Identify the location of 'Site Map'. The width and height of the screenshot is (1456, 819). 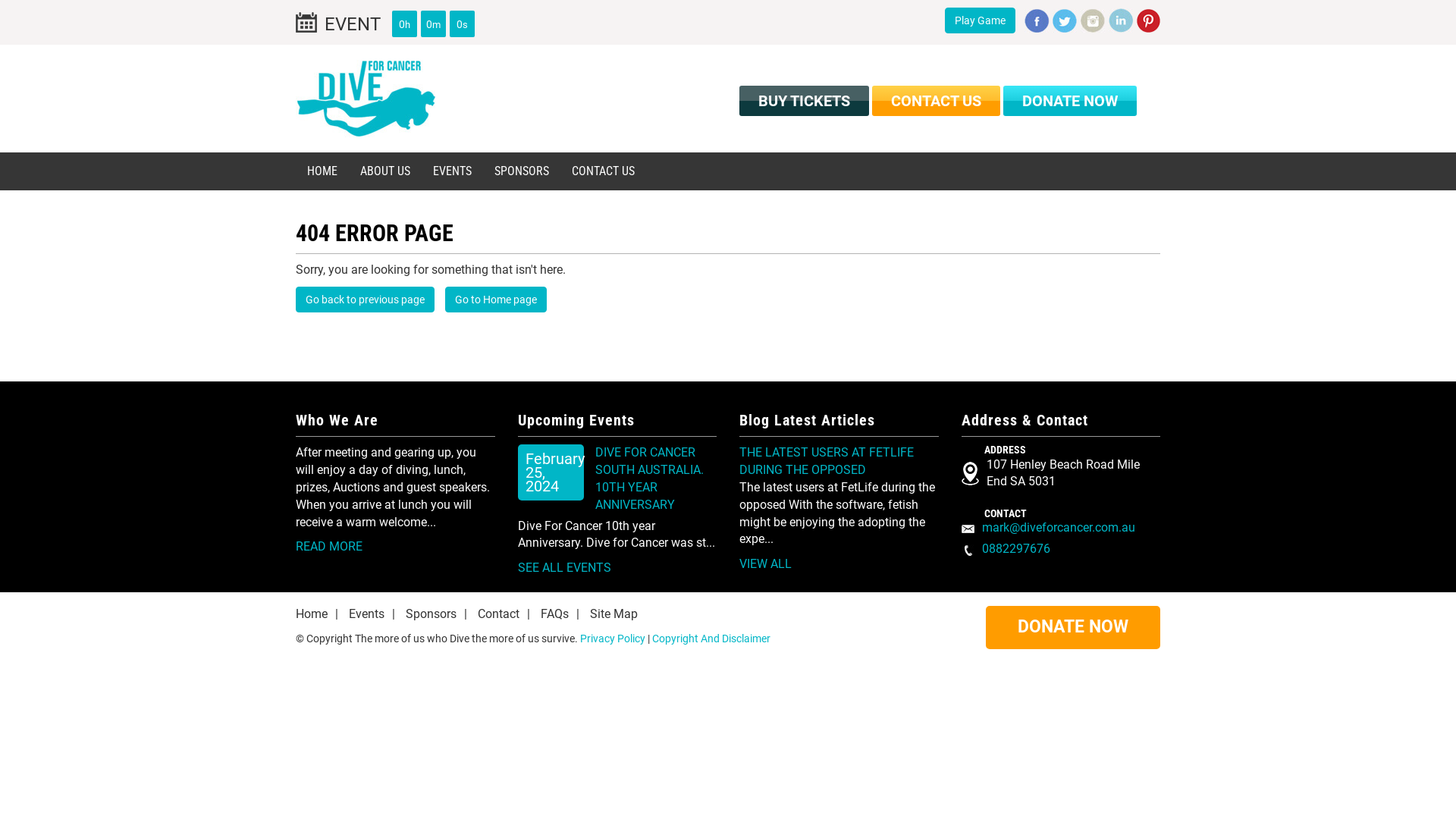
(613, 614).